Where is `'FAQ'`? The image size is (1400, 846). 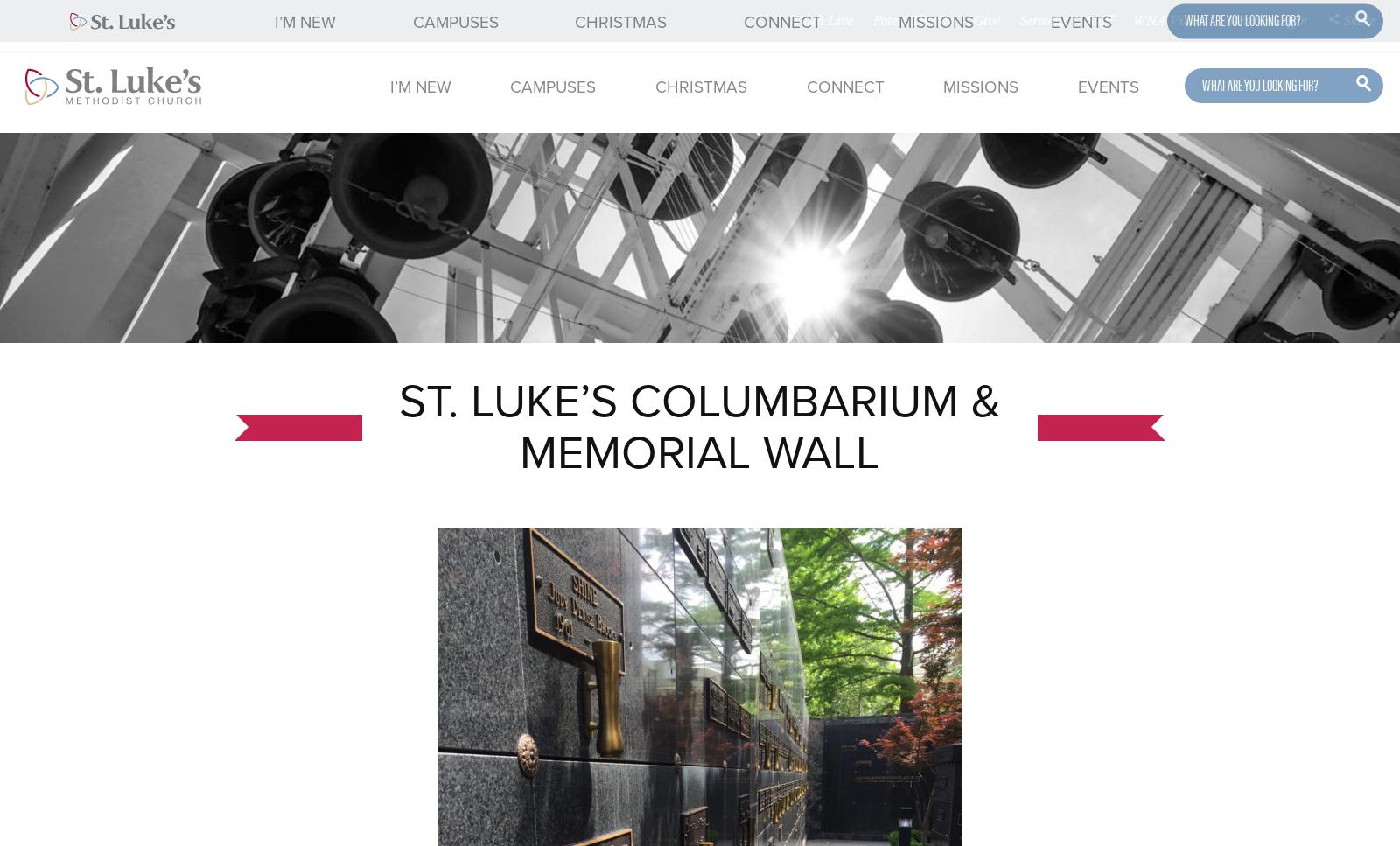
'FAQ' is located at coordinates (659, 98).